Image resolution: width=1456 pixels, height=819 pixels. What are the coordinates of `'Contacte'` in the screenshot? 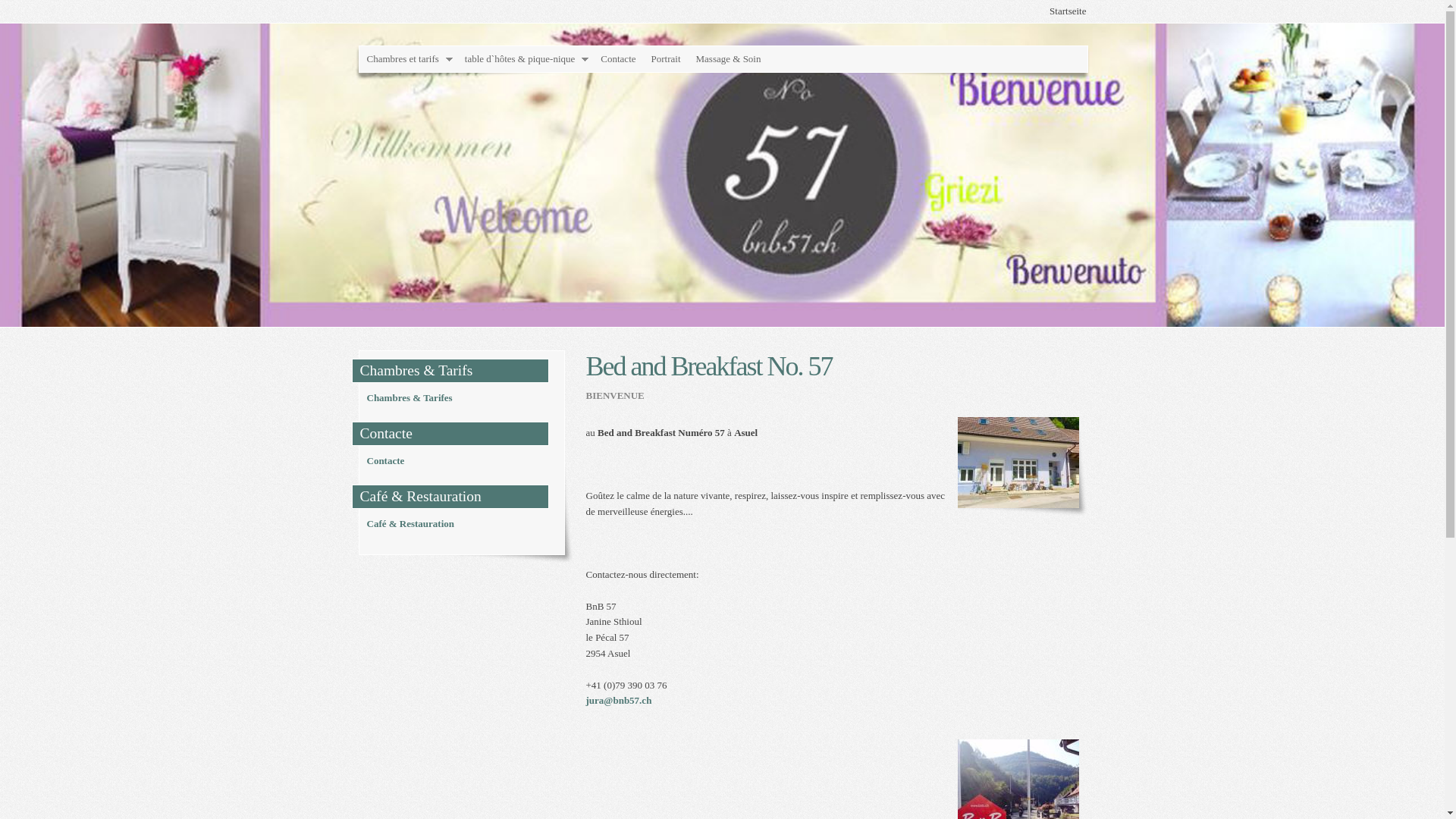 It's located at (618, 58).